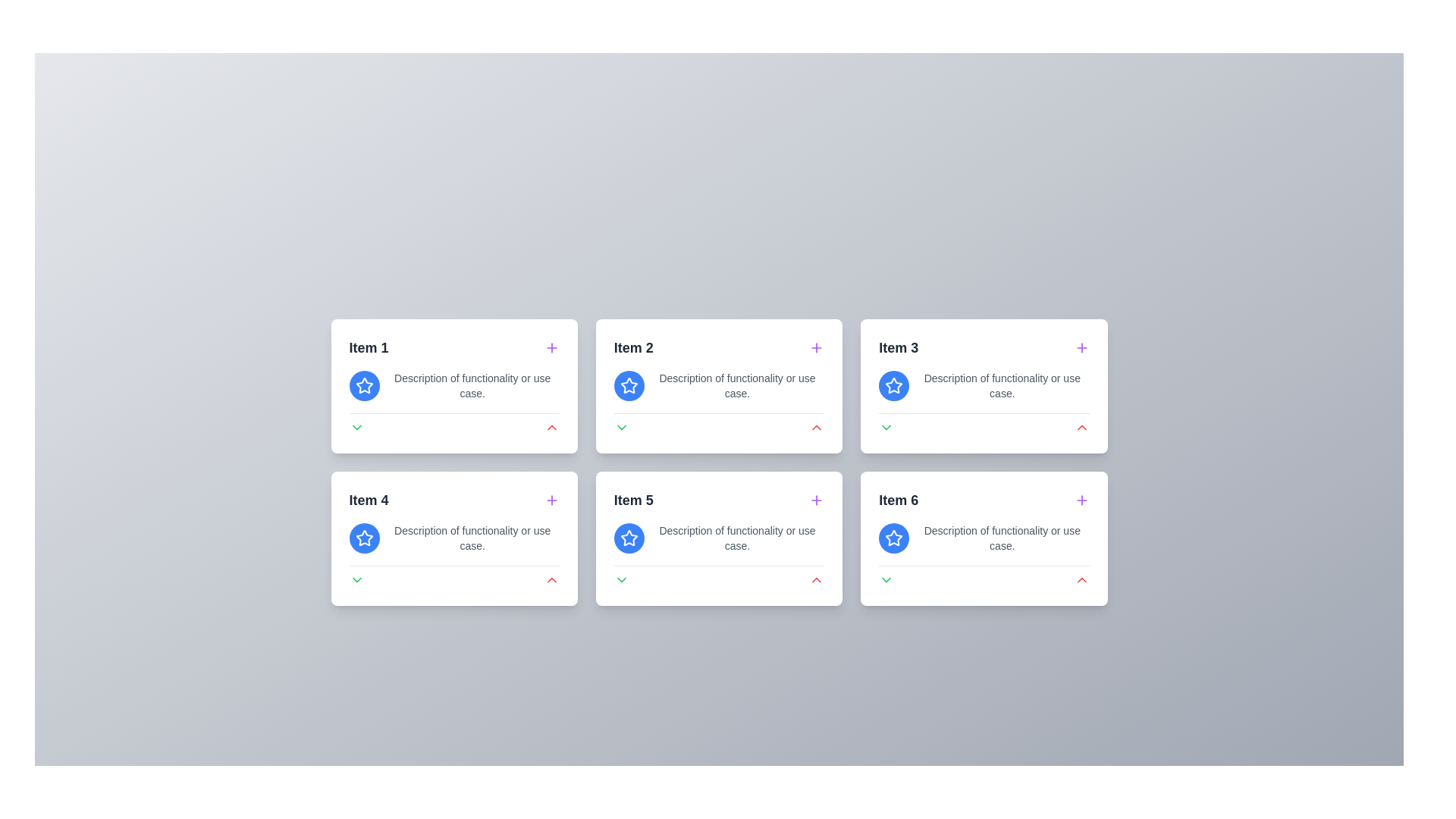  Describe the element at coordinates (816, 579) in the screenshot. I see `the collapse button located at the bottom-right corner of Item 6 card` at that location.